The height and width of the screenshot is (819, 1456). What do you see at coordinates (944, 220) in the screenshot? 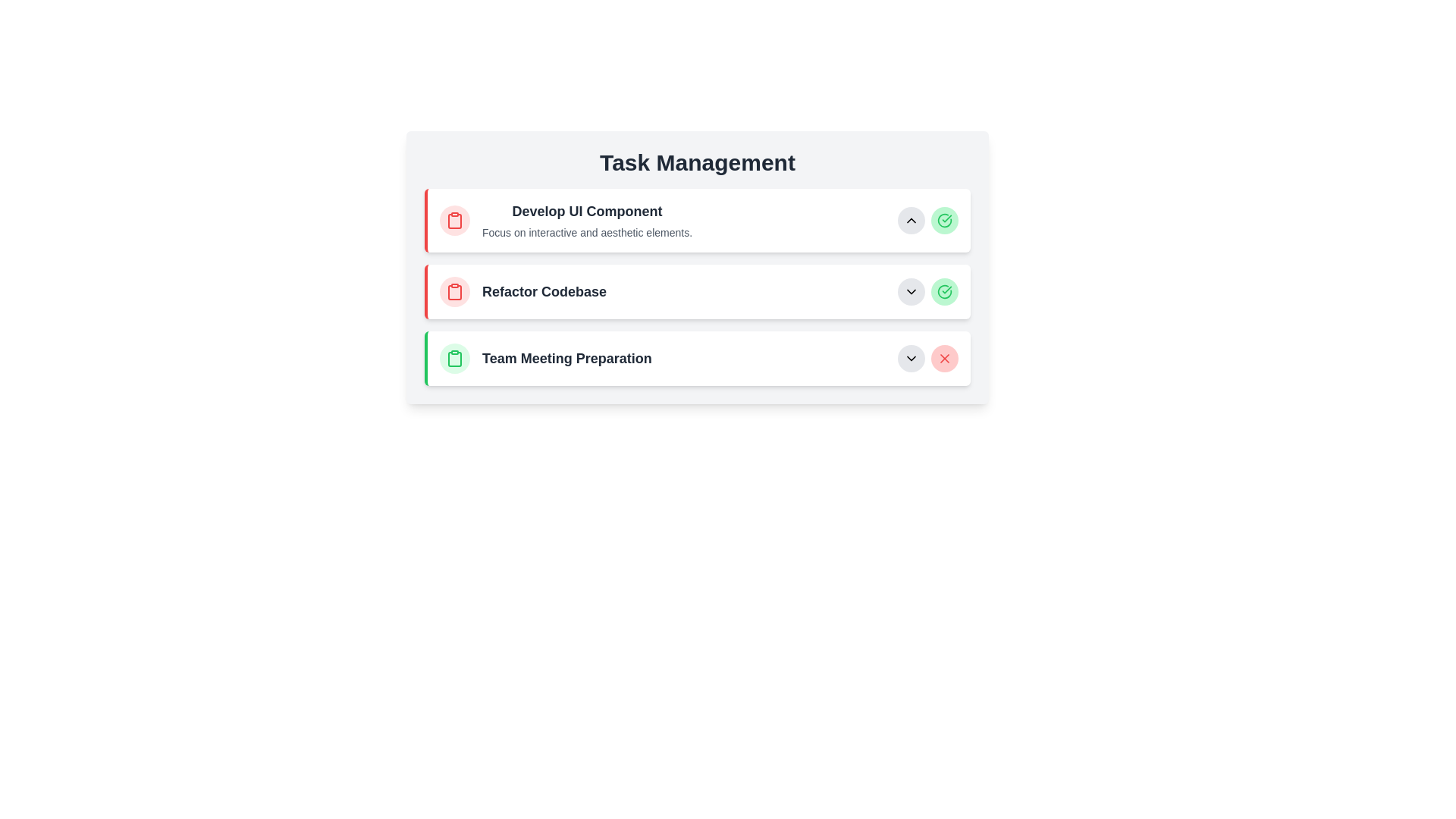
I see `the success indicator icon located in the top-right corner of the first task panel under 'Task Management', adjacent to the down-chevron button for the task 'Develop UI Component'` at bounding box center [944, 220].